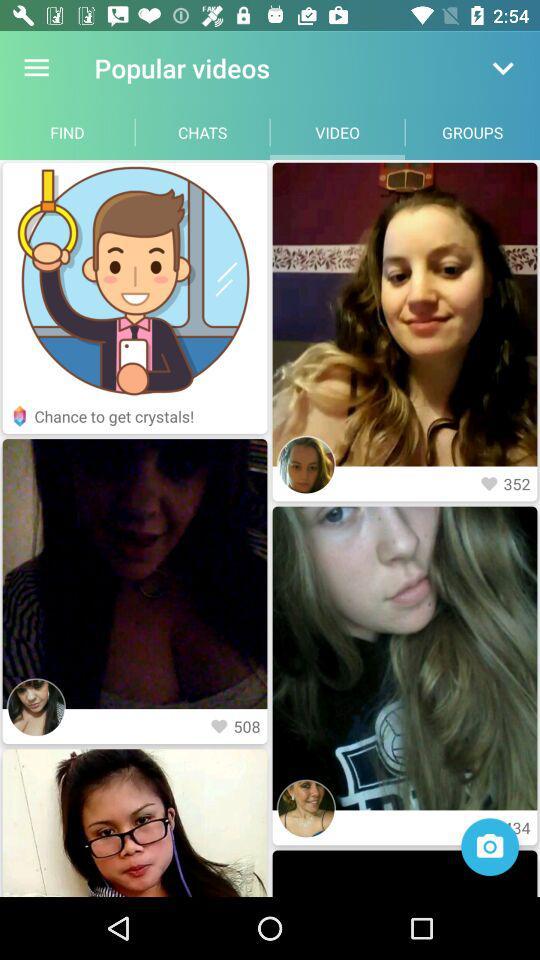 The width and height of the screenshot is (540, 960). I want to click on the chats icon, so click(202, 131).